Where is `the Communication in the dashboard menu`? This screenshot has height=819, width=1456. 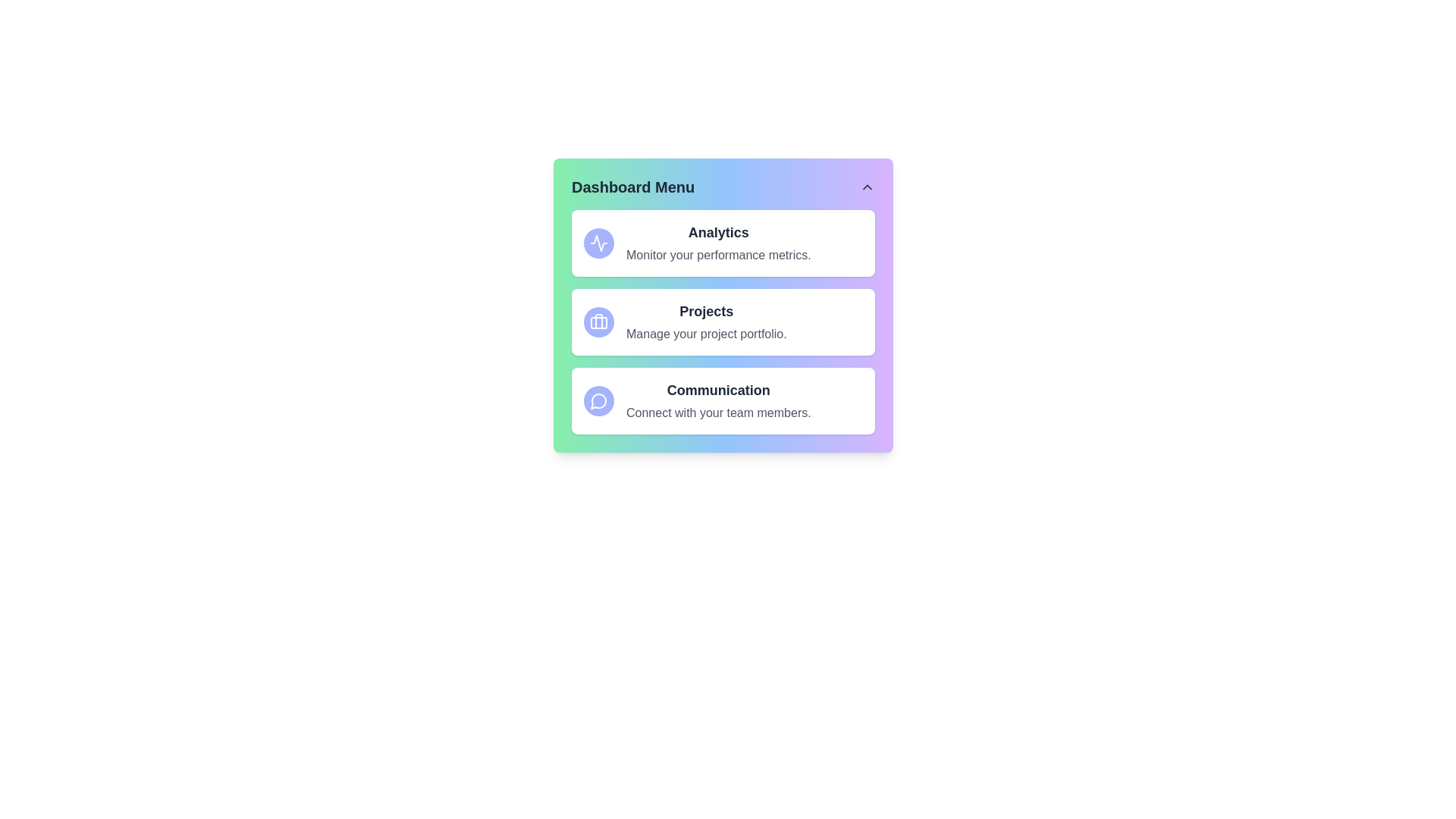 the Communication in the dashboard menu is located at coordinates (598, 400).